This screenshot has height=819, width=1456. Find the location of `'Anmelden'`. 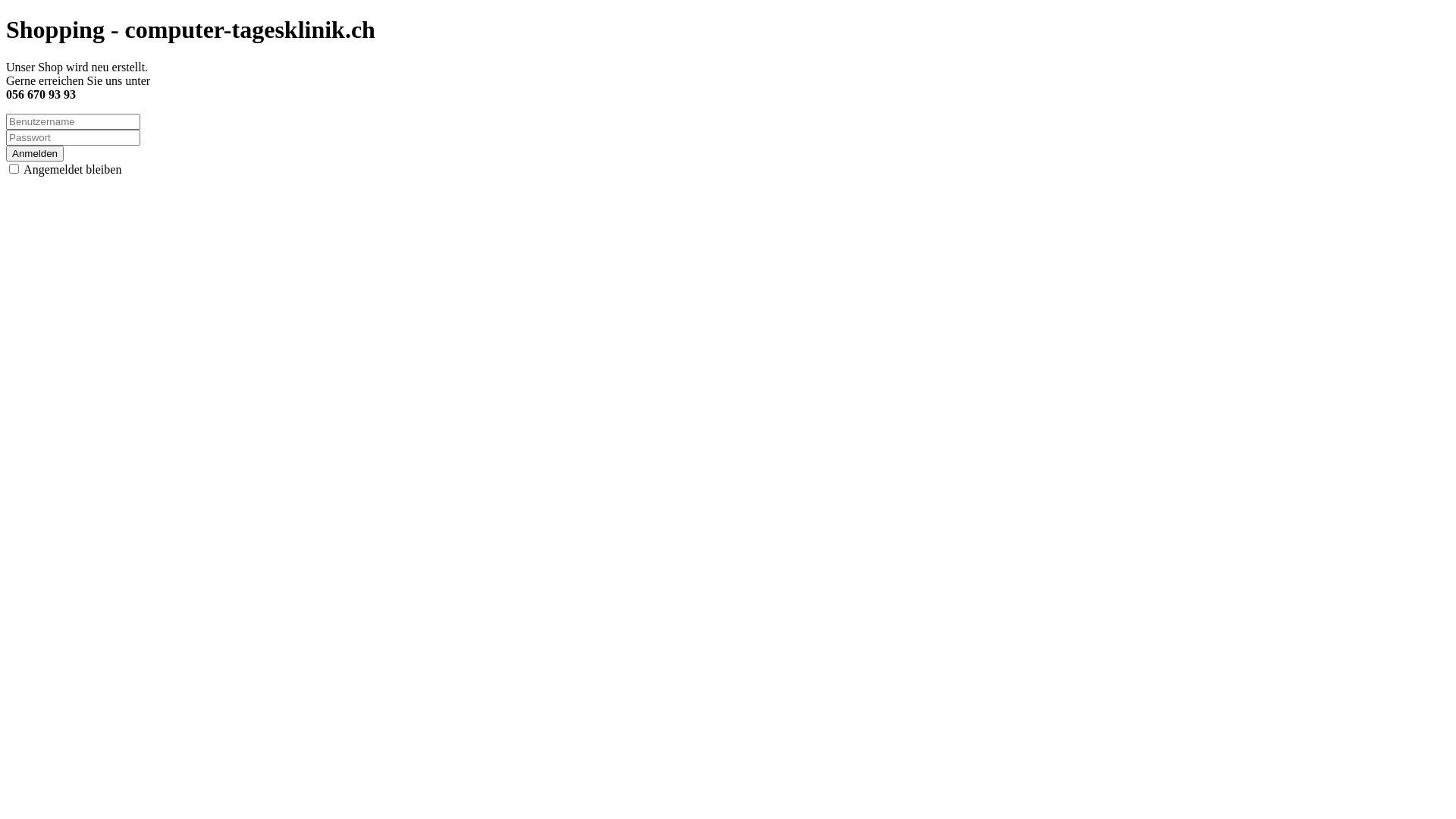

'Anmelden' is located at coordinates (35, 153).